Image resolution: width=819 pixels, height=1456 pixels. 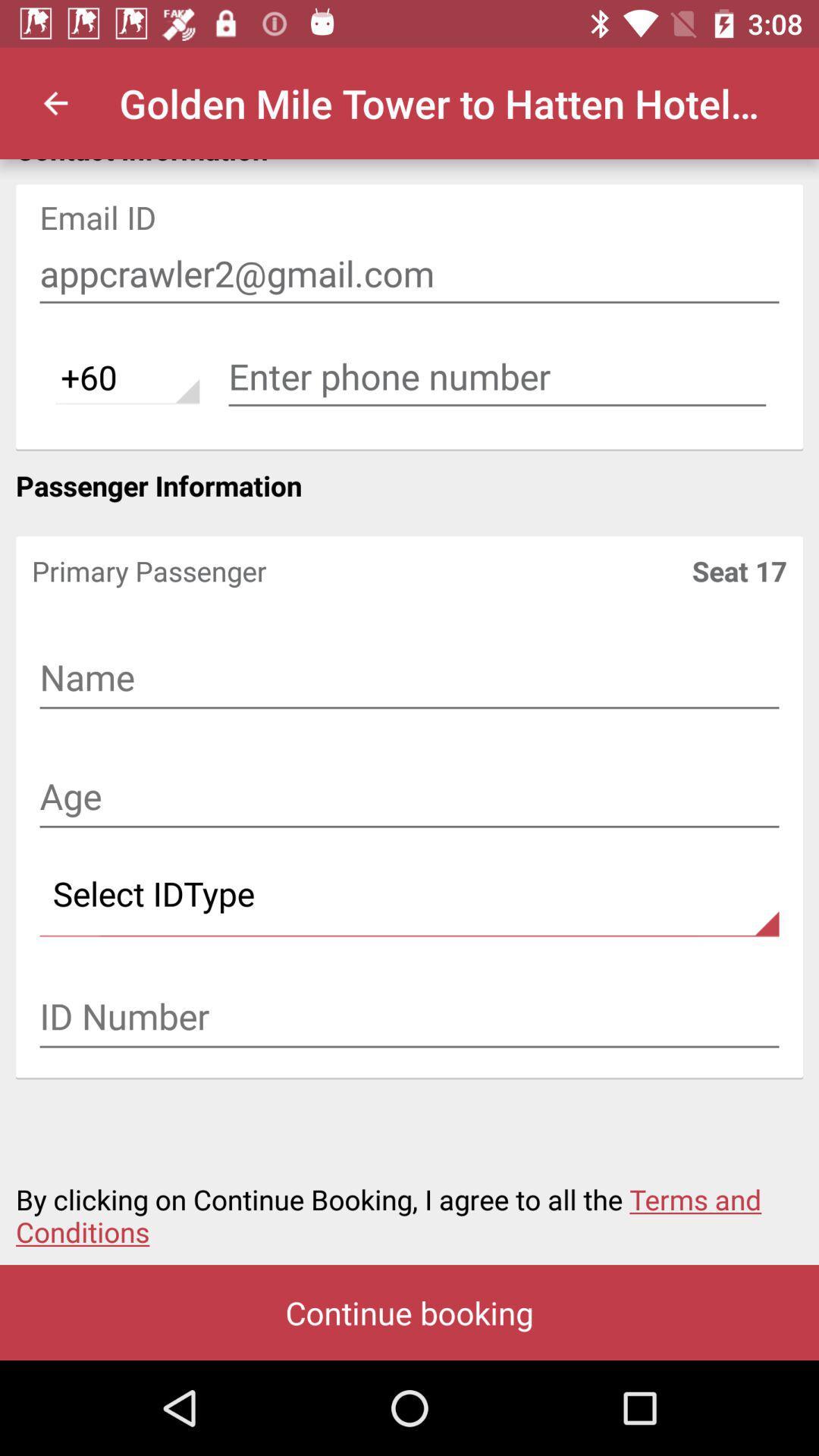 I want to click on by clicking on item, so click(x=409, y=1206).